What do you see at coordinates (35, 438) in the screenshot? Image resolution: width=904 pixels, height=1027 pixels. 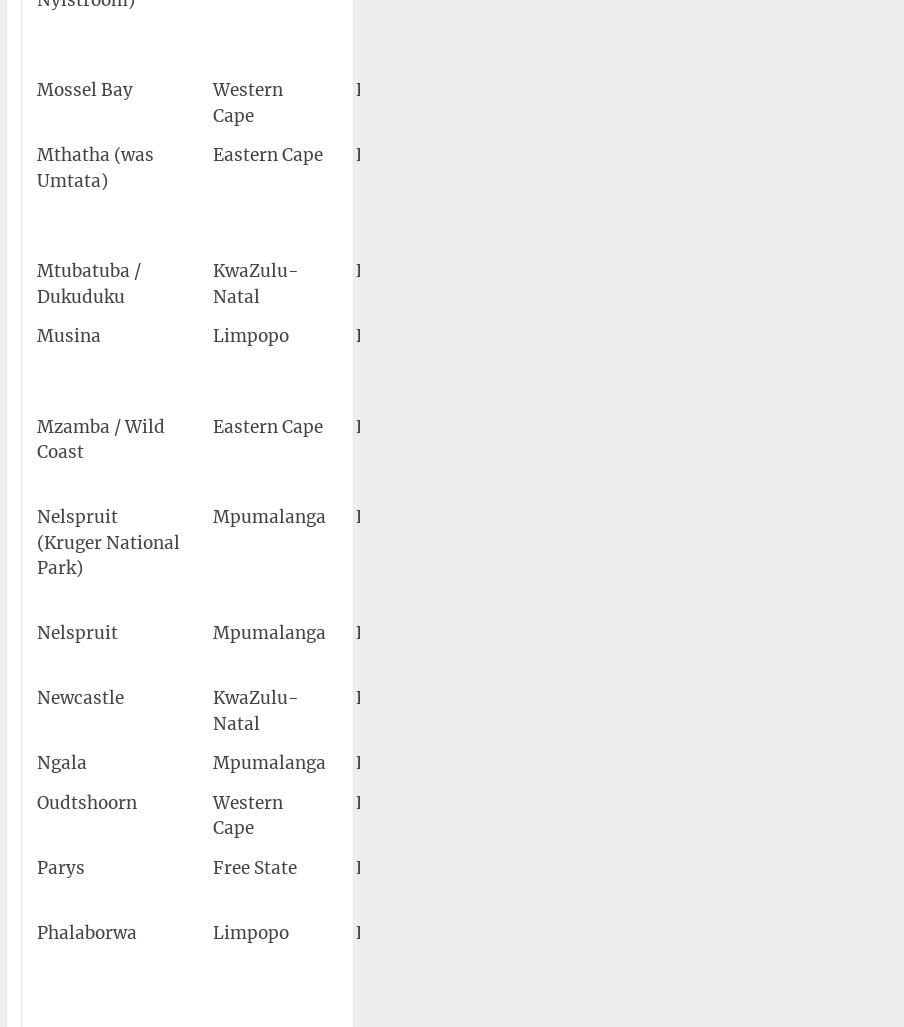 I see `'Mzamba / Wild Coast'` at bounding box center [35, 438].